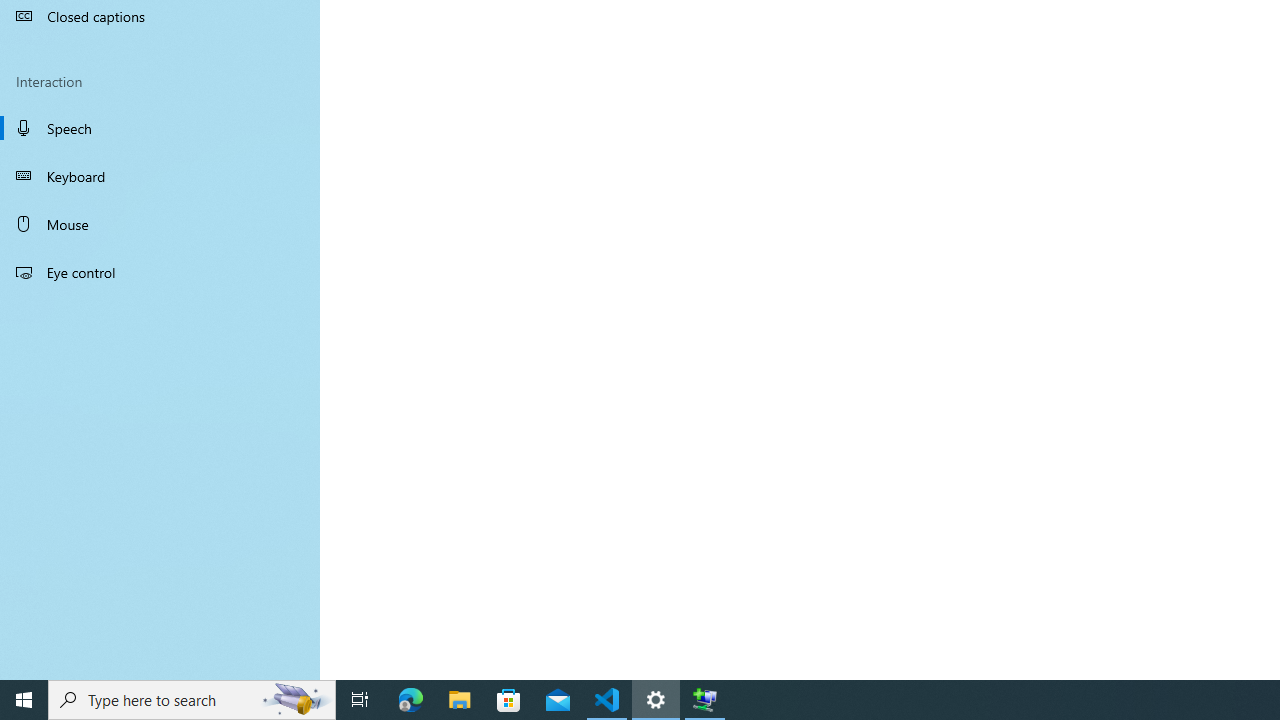 This screenshot has height=720, width=1280. What do you see at coordinates (160, 271) in the screenshot?
I see `'Eye control'` at bounding box center [160, 271].